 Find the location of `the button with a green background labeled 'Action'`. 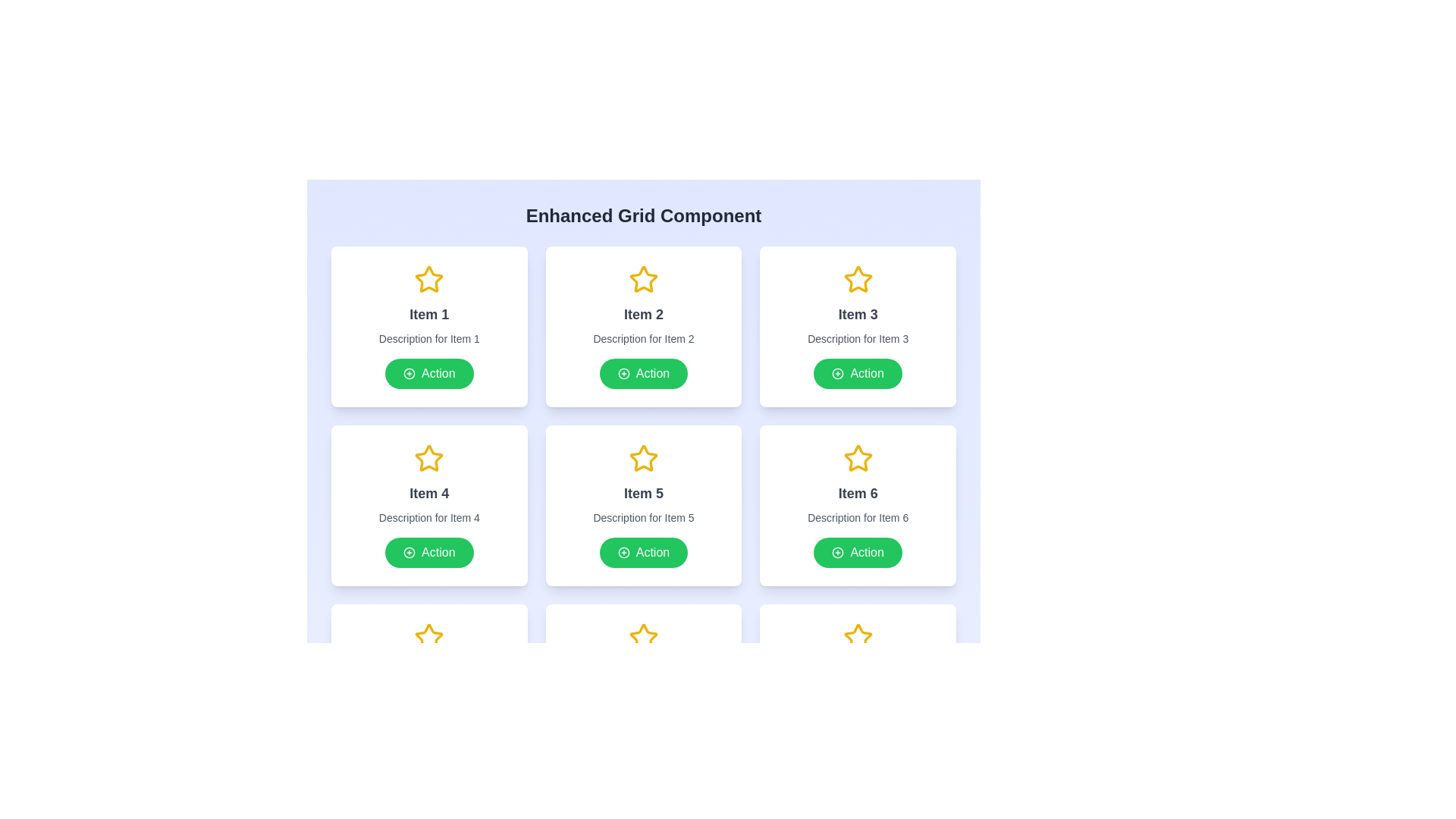

the button with a green background labeled 'Action' is located at coordinates (644, 374).